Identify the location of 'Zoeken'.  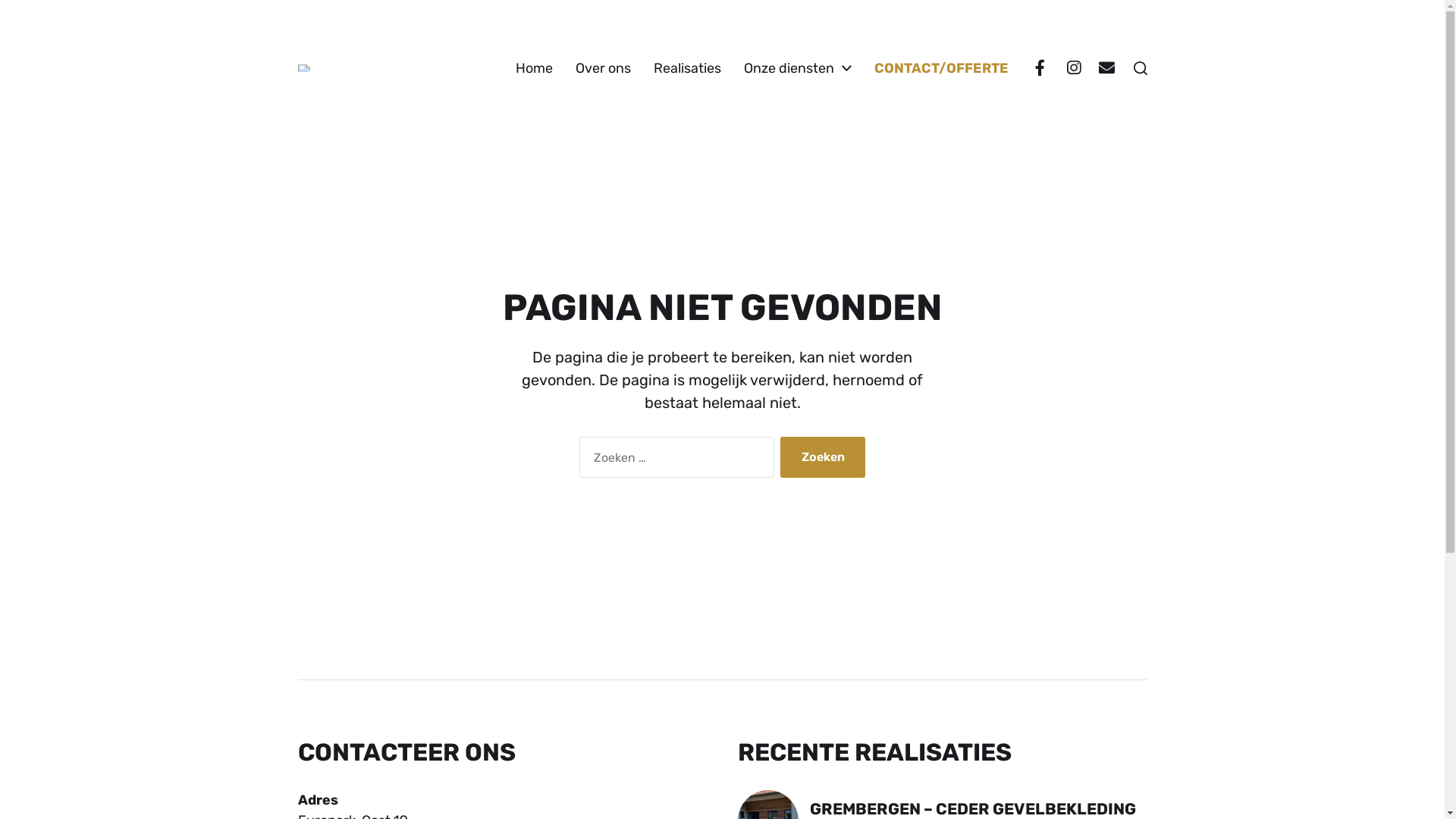
(780, 456).